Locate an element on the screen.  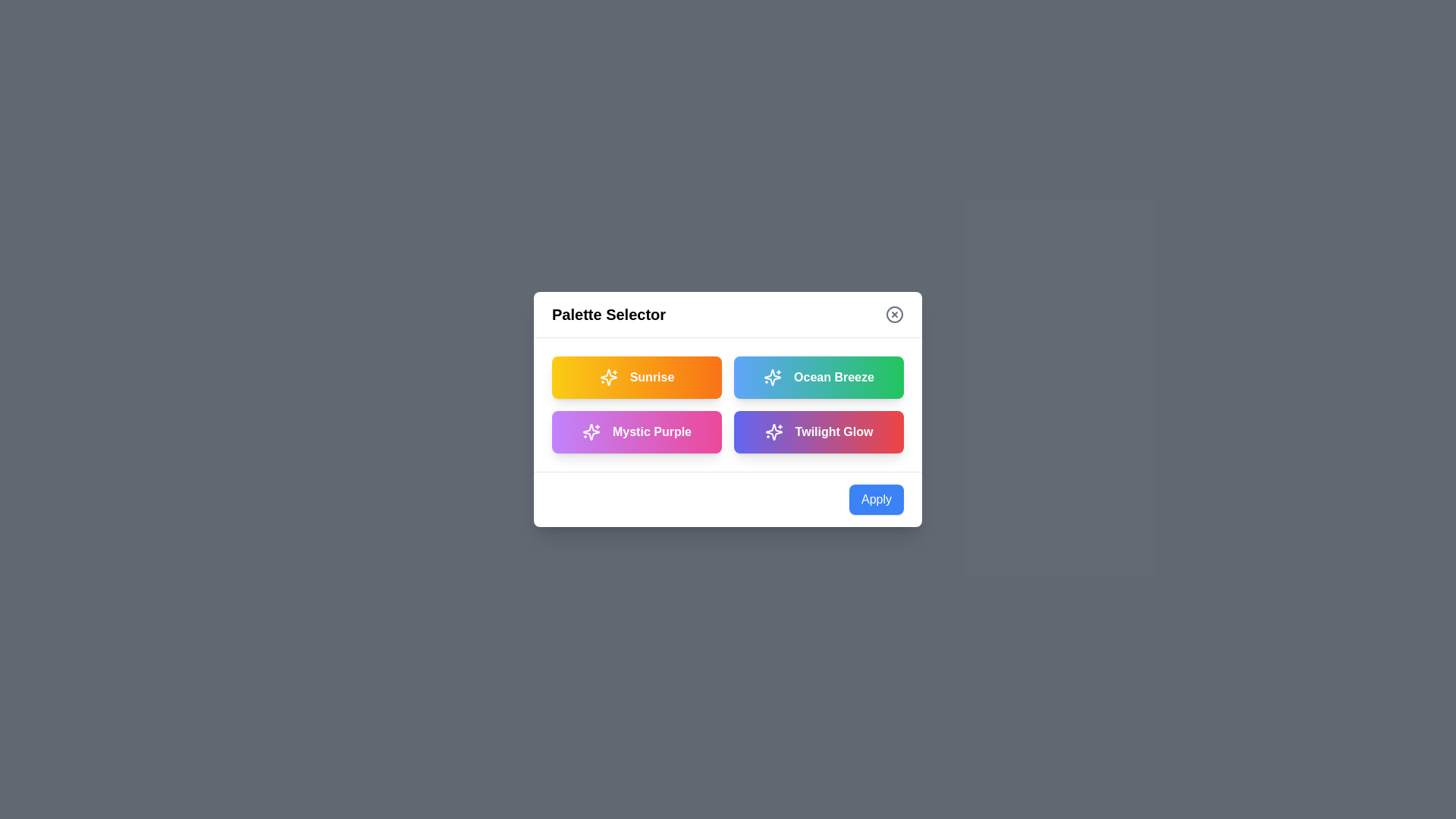
the palette card labeled Mystic Purple to select it is located at coordinates (637, 432).